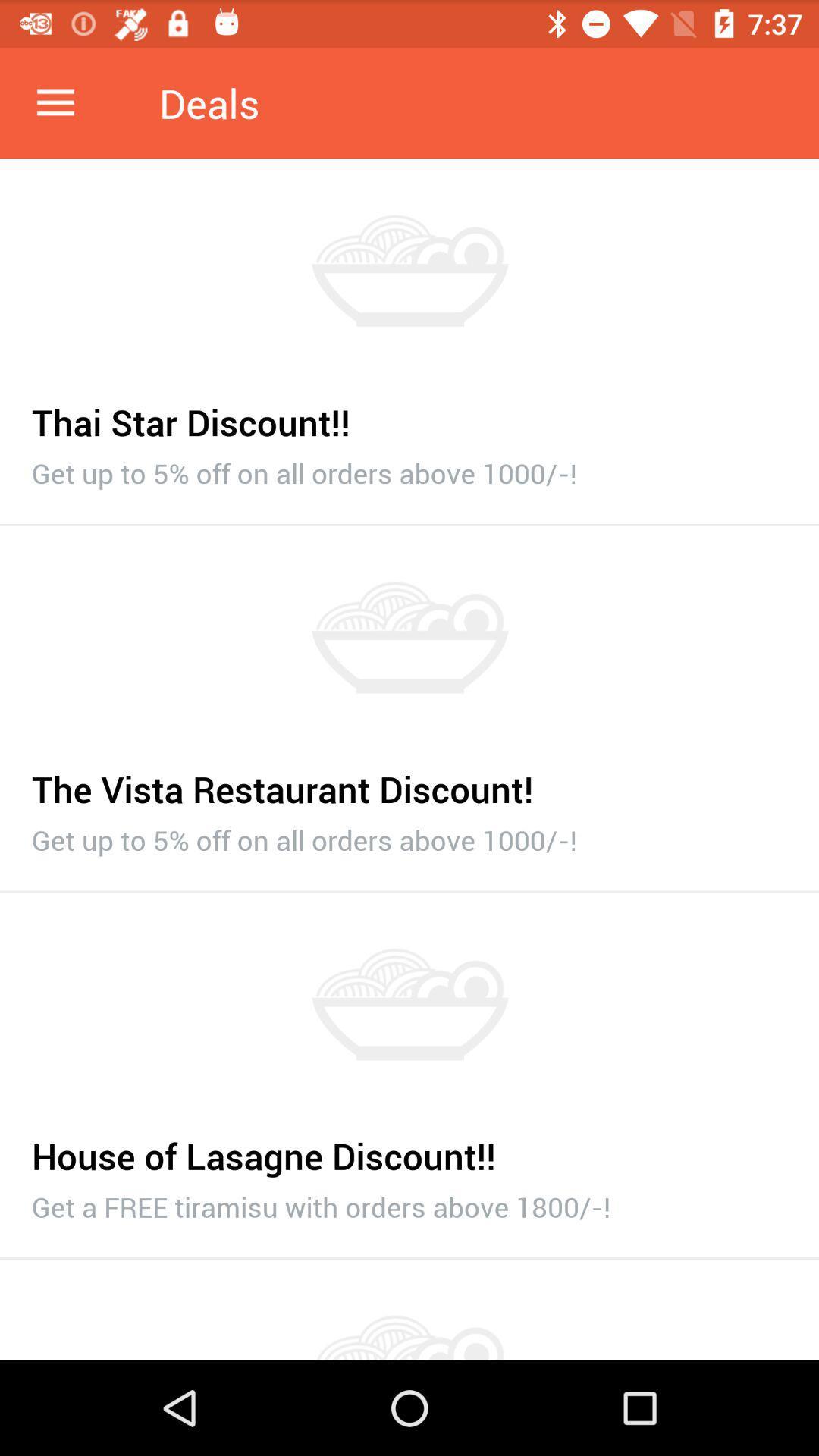 This screenshot has height=1456, width=819. I want to click on item above the get up to item, so click(409, 414).